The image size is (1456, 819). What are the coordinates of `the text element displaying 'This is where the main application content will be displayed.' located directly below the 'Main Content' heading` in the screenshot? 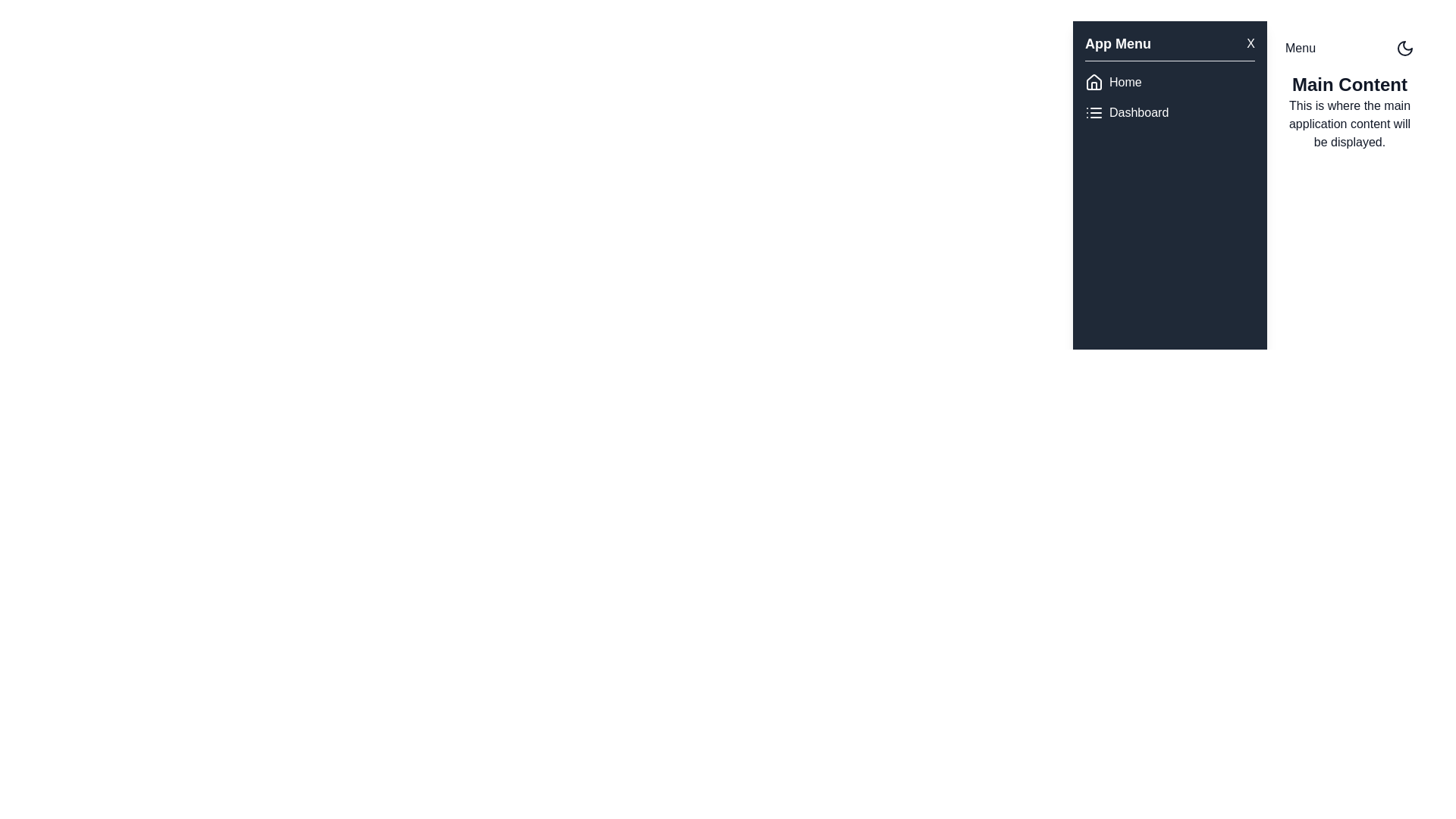 It's located at (1350, 124).